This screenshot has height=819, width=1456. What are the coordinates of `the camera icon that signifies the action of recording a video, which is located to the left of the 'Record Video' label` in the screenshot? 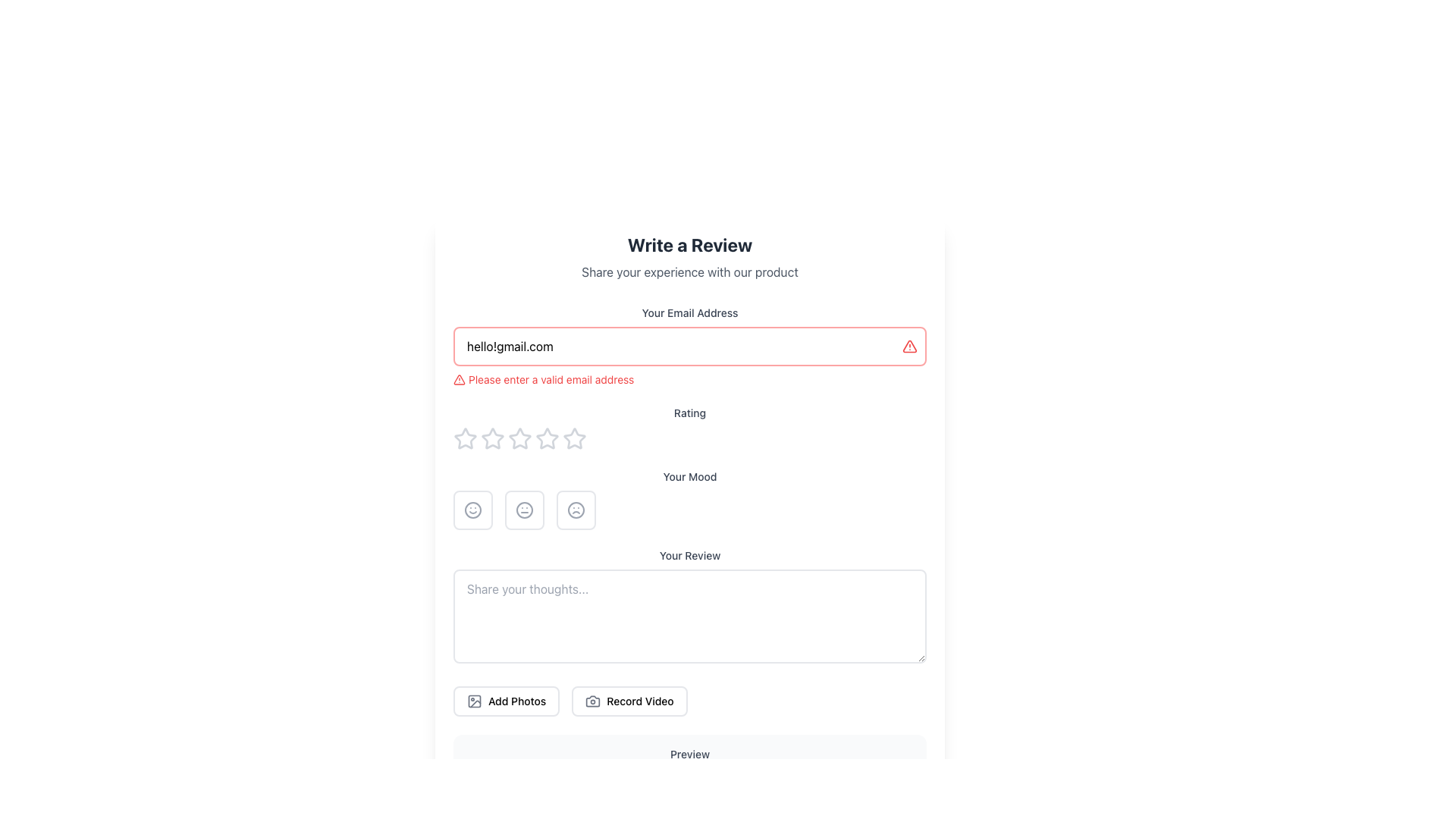 It's located at (592, 701).